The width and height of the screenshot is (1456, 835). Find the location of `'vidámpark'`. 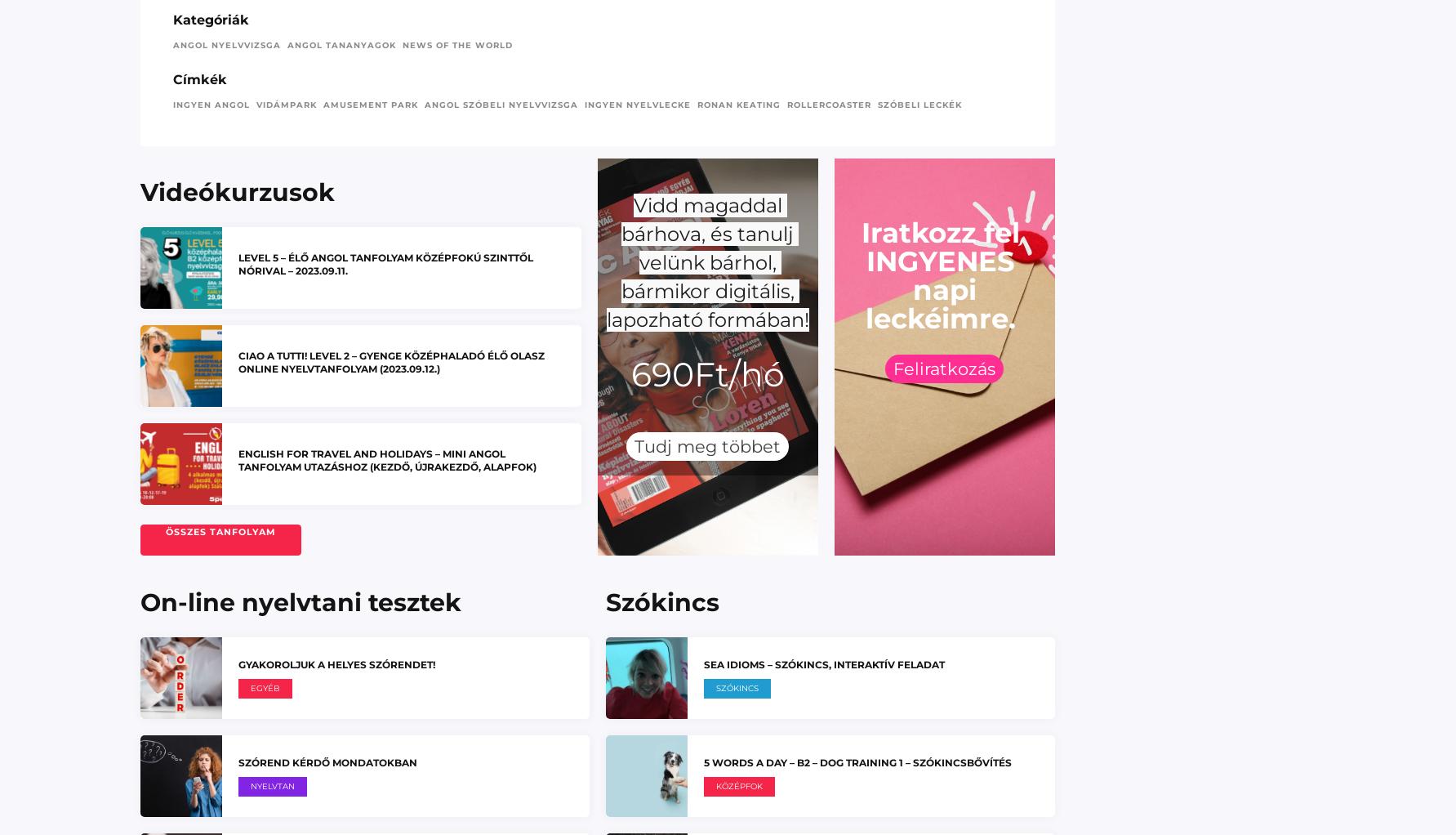

'vidámpark' is located at coordinates (285, 104).